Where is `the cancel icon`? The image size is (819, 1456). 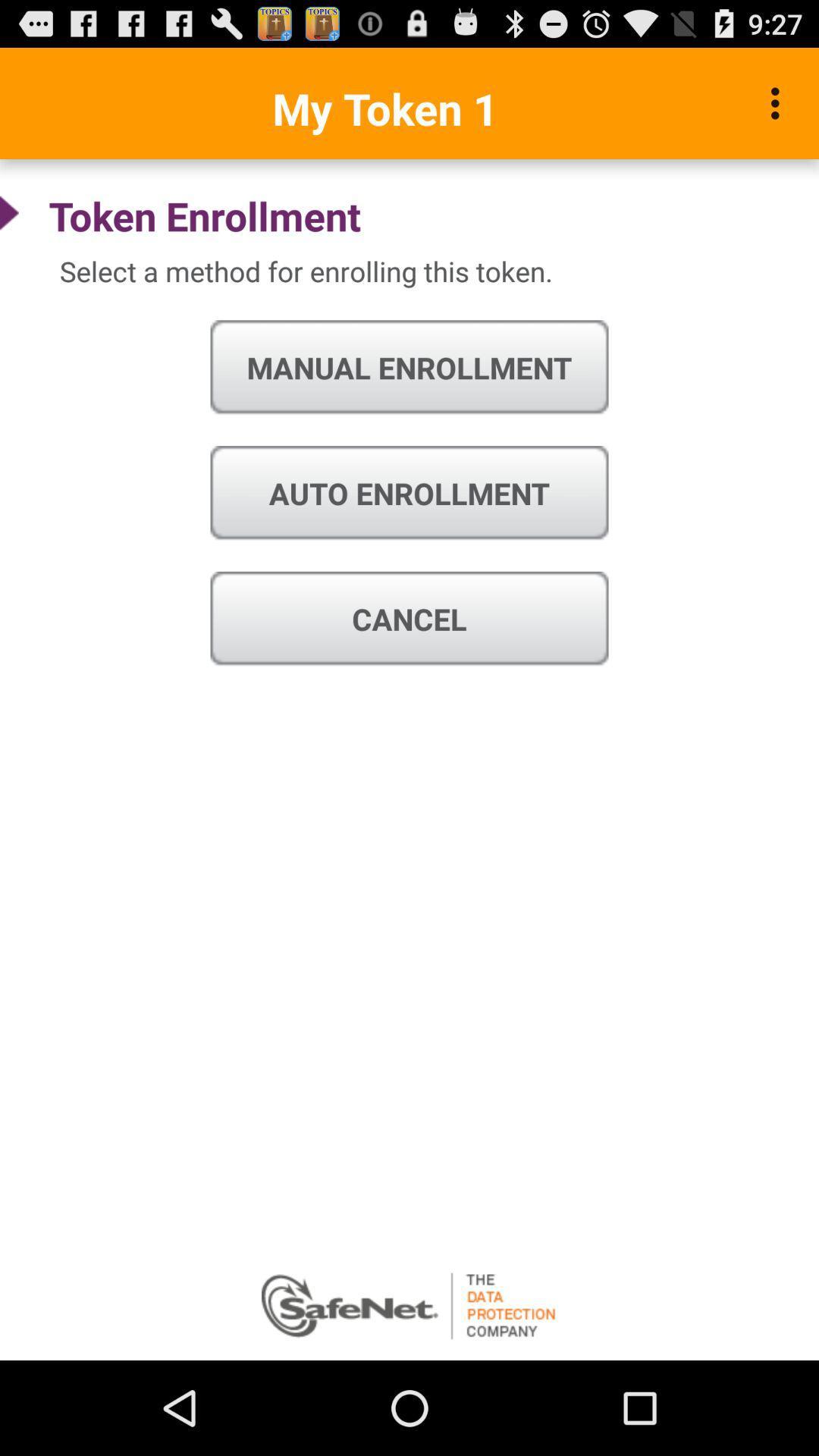 the cancel icon is located at coordinates (409, 619).